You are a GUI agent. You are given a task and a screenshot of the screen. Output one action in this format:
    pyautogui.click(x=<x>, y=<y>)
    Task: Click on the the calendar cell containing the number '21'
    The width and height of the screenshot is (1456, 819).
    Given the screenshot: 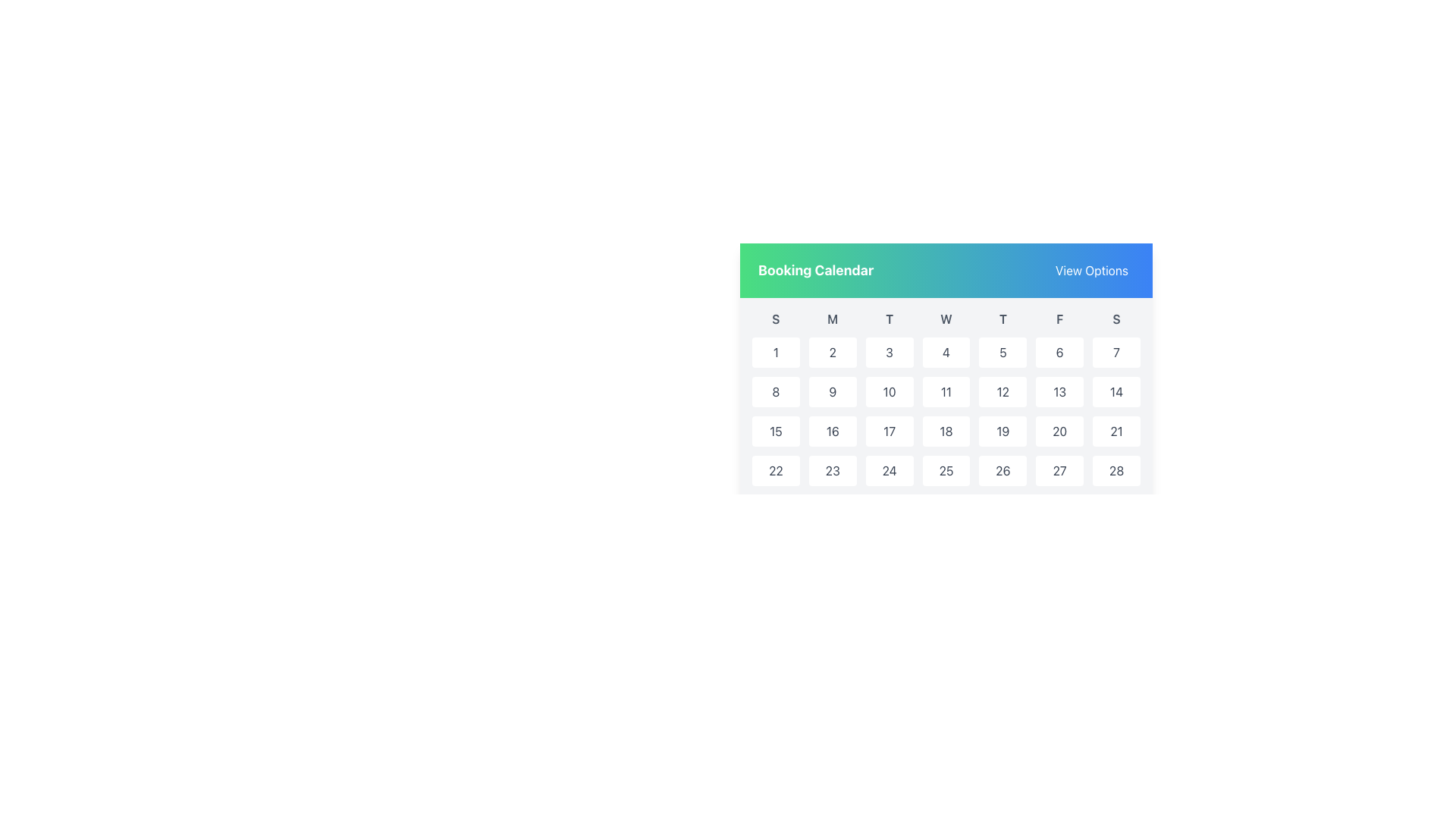 What is the action you would take?
    pyautogui.click(x=1116, y=431)
    